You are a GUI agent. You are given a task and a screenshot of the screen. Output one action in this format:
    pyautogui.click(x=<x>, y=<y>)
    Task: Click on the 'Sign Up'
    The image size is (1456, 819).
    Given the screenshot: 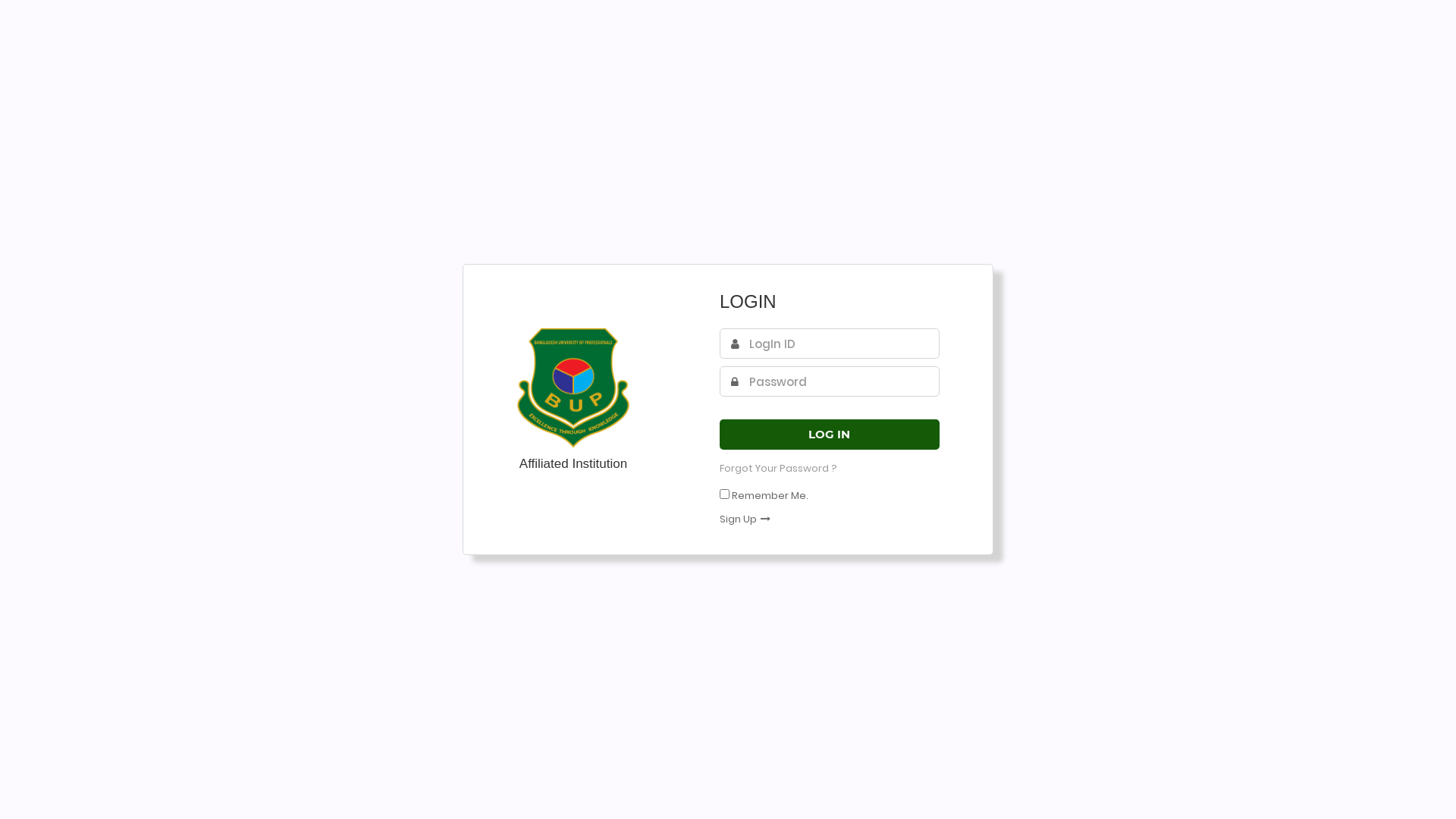 What is the action you would take?
    pyautogui.click(x=719, y=518)
    